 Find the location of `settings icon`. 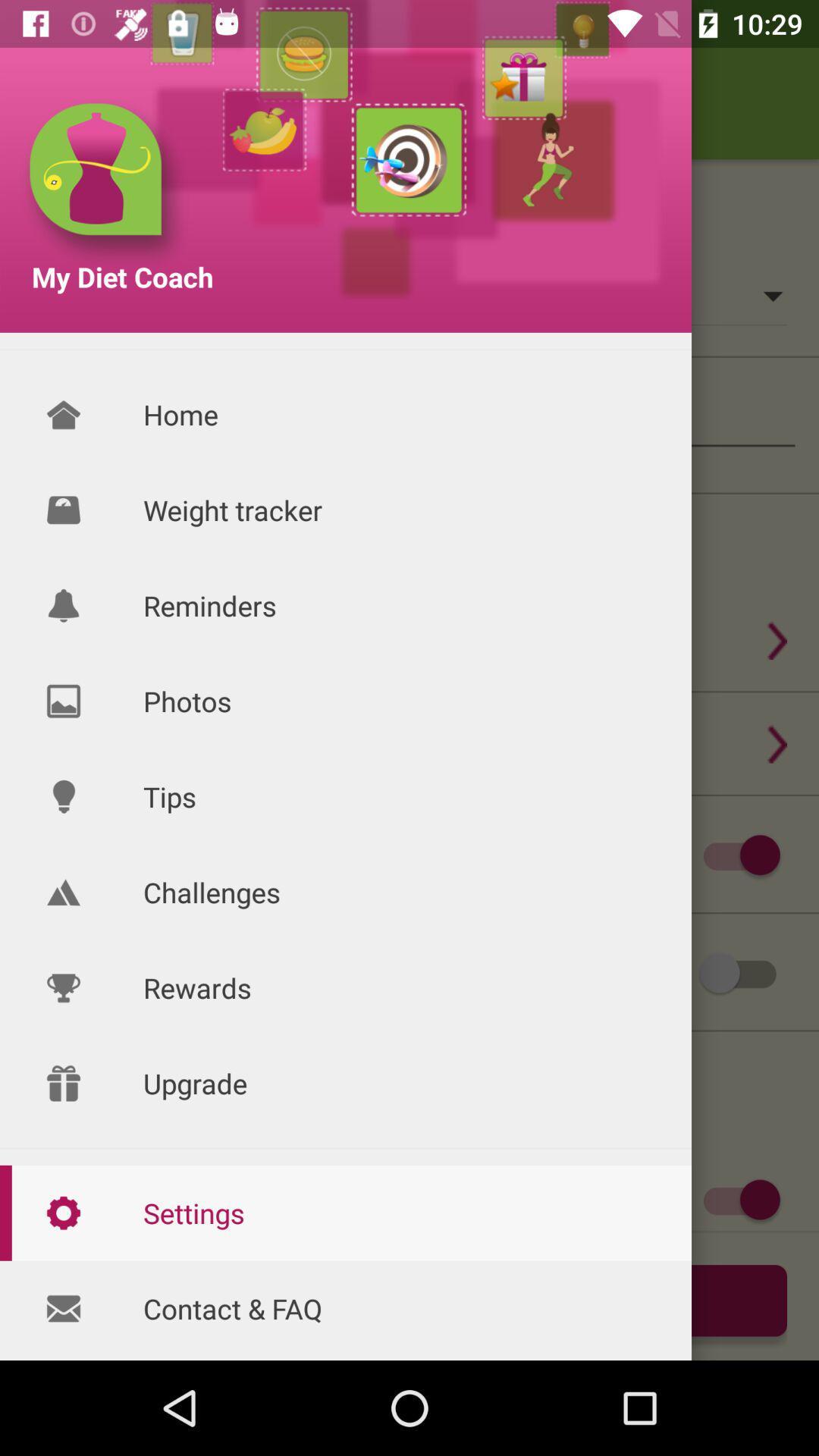

settings icon is located at coordinates (63, 1212).